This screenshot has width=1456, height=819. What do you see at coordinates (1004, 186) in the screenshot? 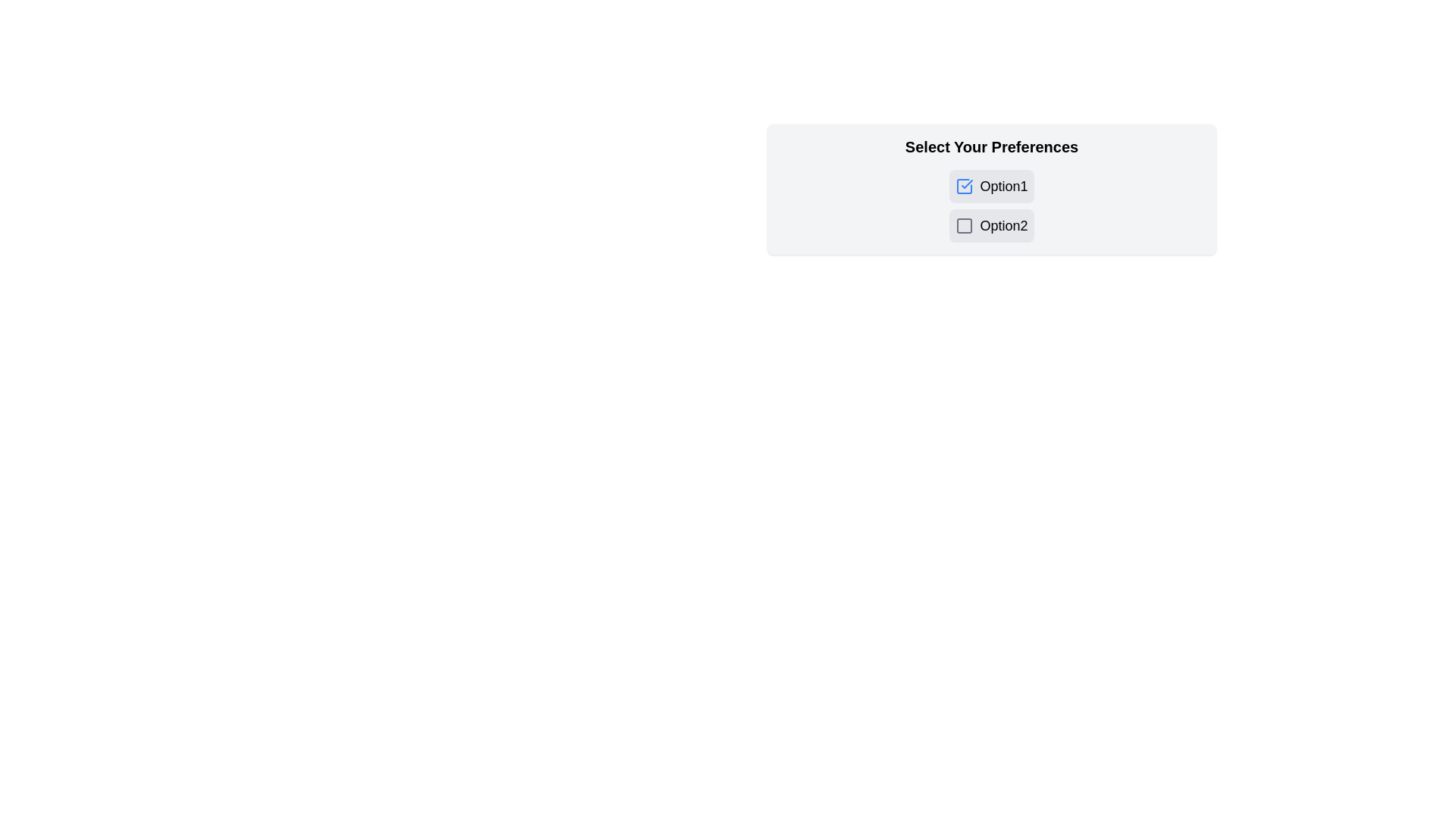
I see `the text label displaying 'Option1', which is styled with a larger font size and located to the right of a blue checked checkbox under the heading 'Select Your Preferences'` at bounding box center [1004, 186].